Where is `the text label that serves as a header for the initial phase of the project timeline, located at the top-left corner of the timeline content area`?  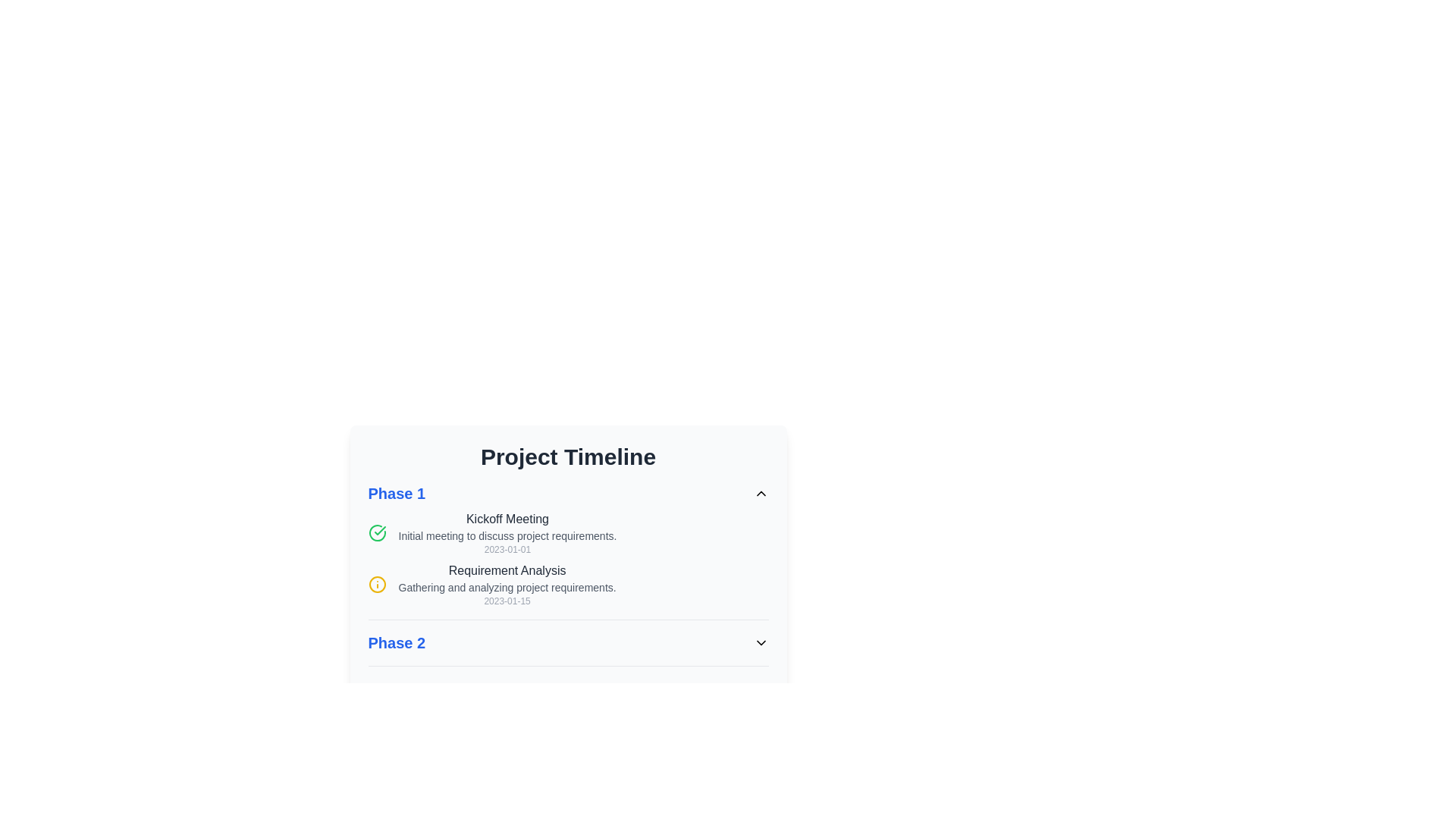 the text label that serves as a header for the initial phase of the project timeline, located at the top-left corner of the timeline content area is located at coordinates (397, 494).